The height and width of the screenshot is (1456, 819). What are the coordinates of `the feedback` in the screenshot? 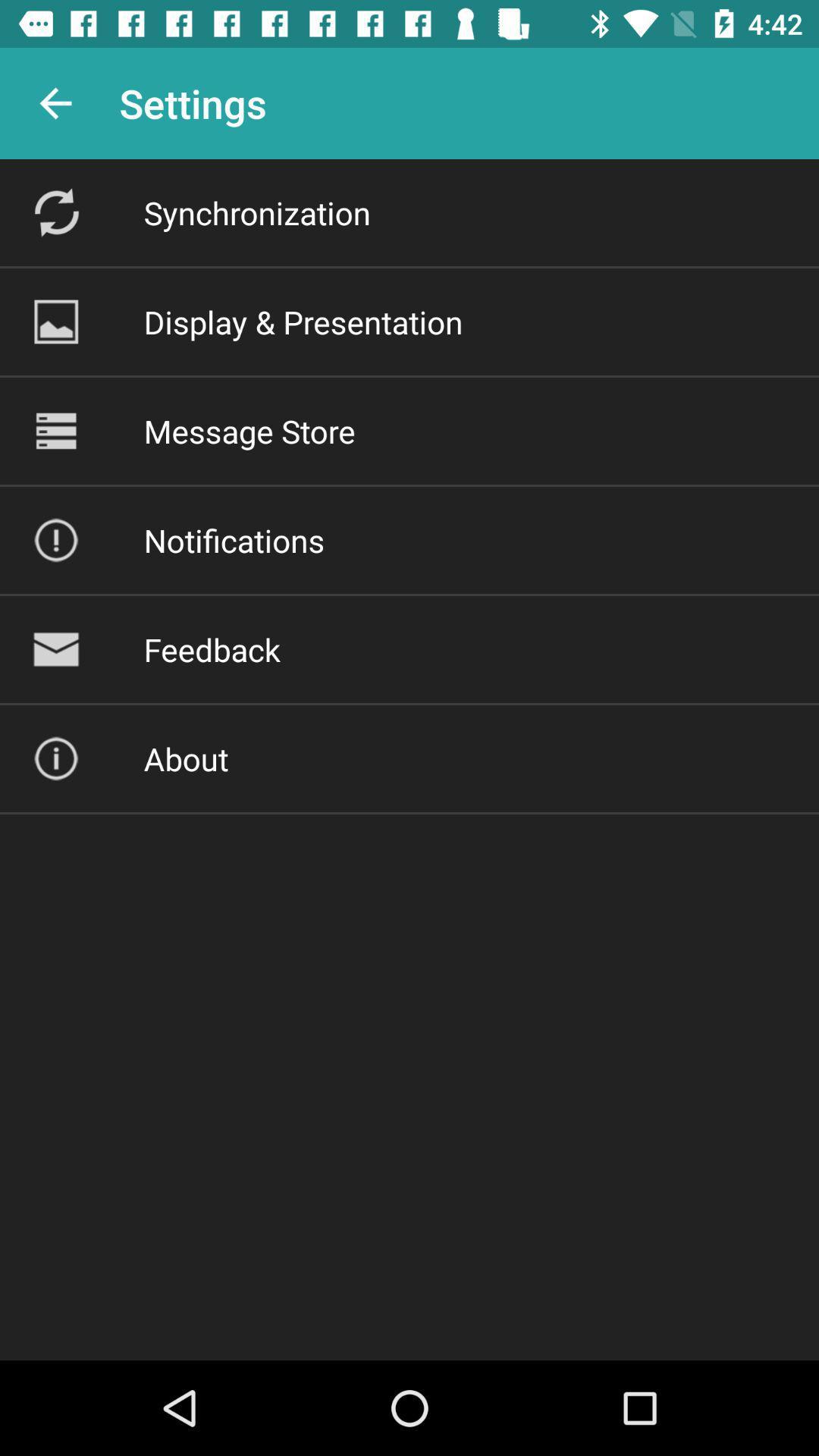 It's located at (212, 649).